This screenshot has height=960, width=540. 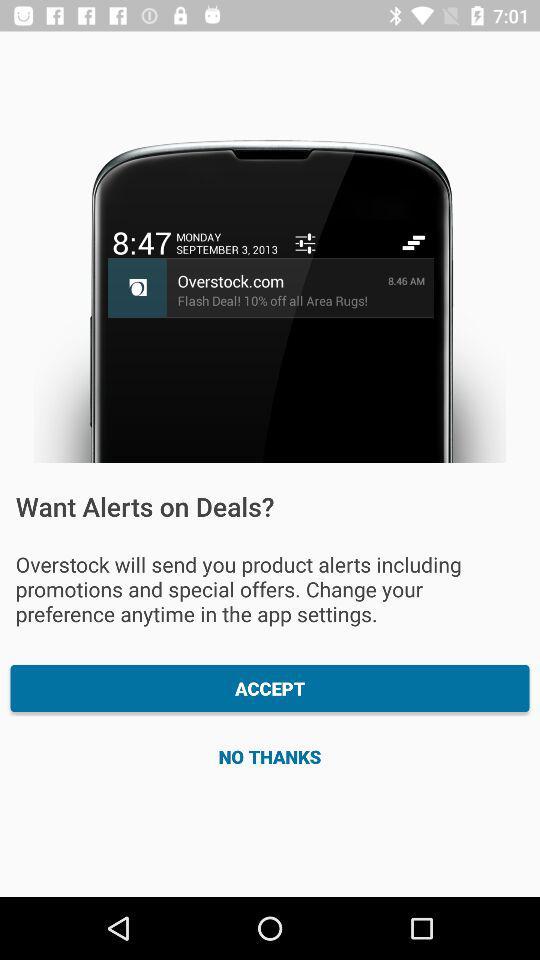 I want to click on the icon below the accept item, so click(x=270, y=755).